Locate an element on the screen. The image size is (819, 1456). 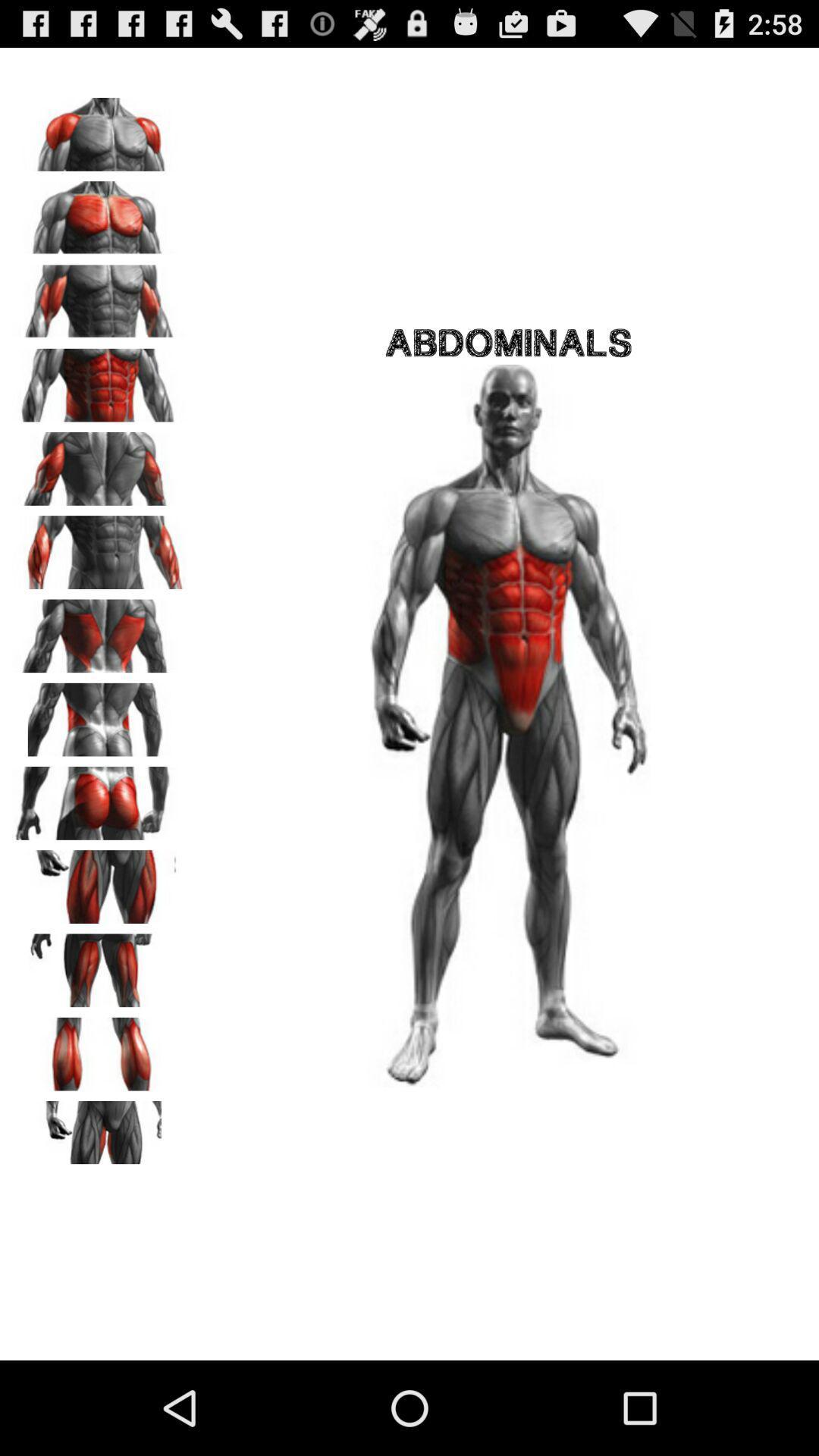
new workout area is located at coordinates (99, 212).